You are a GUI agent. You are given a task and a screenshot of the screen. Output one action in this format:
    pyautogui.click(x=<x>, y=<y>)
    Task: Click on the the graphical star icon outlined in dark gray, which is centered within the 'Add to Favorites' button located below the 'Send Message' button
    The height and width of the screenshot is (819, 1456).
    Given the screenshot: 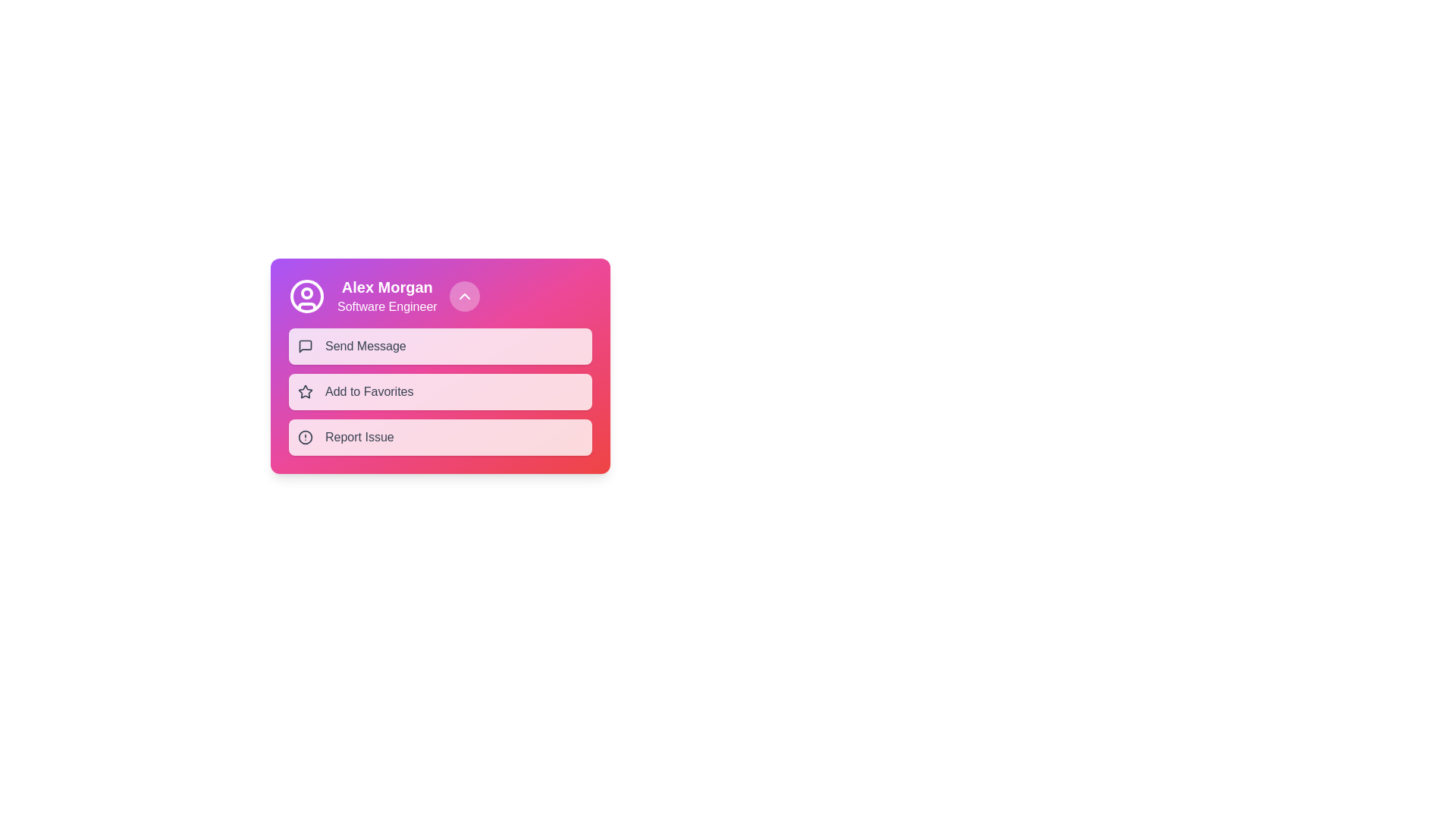 What is the action you would take?
    pyautogui.click(x=305, y=391)
    